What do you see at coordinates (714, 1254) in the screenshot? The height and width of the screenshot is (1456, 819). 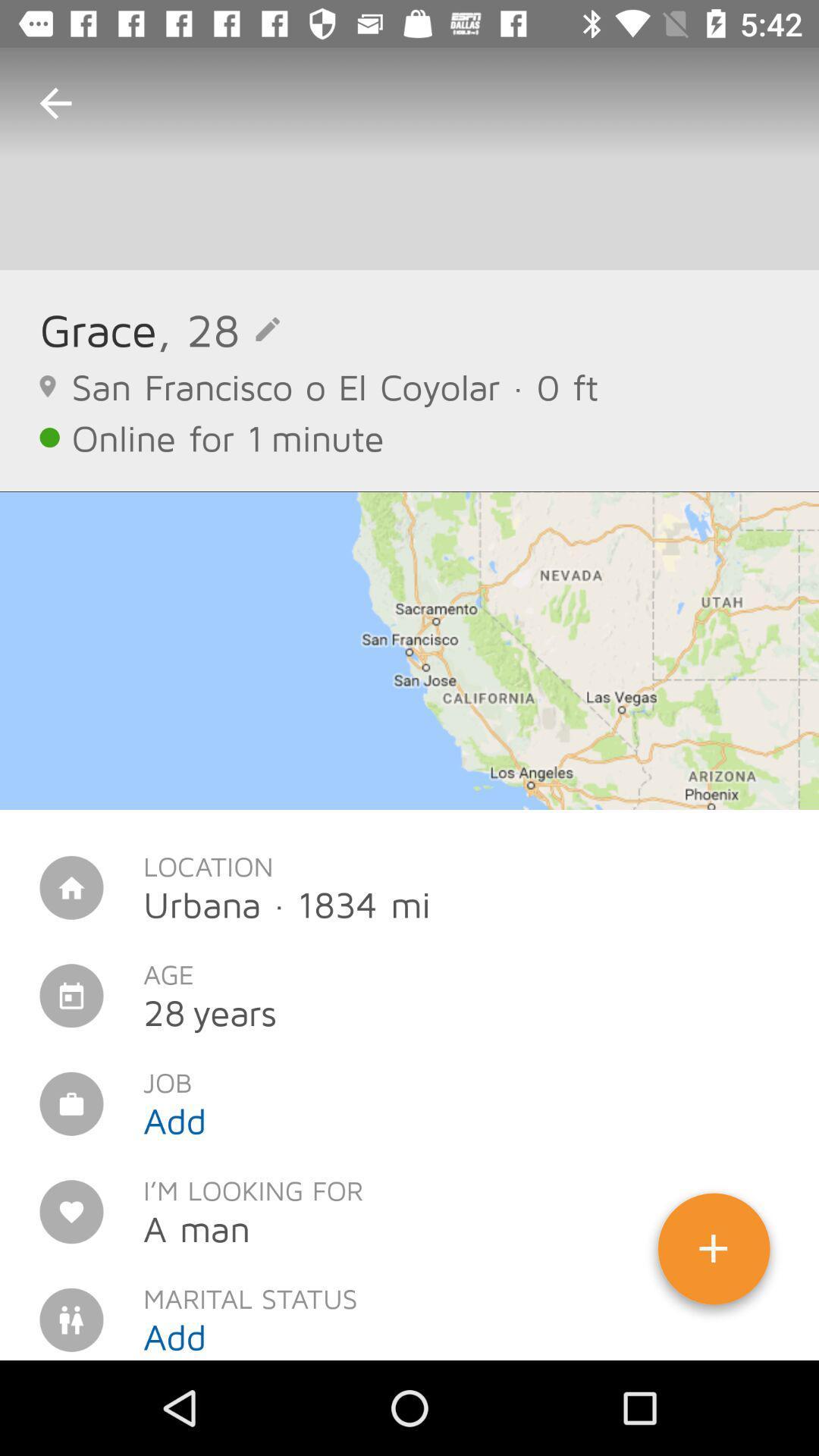 I see `the item at the bottom right corner` at bounding box center [714, 1254].